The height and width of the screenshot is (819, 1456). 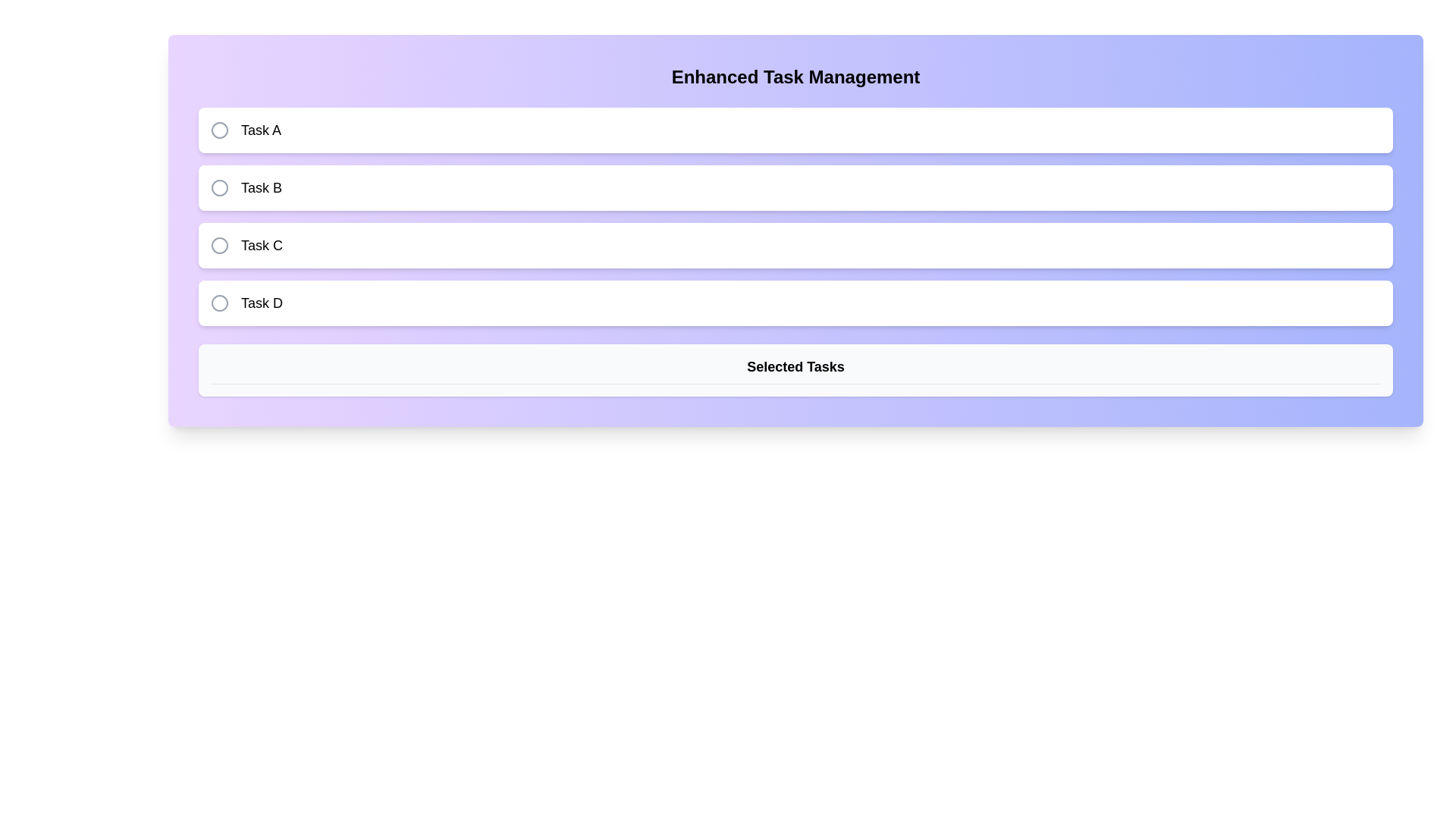 What do you see at coordinates (795, 187) in the screenshot?
I see `the selectable task option labeled 'Task B'` at bounding box center [795, 187].